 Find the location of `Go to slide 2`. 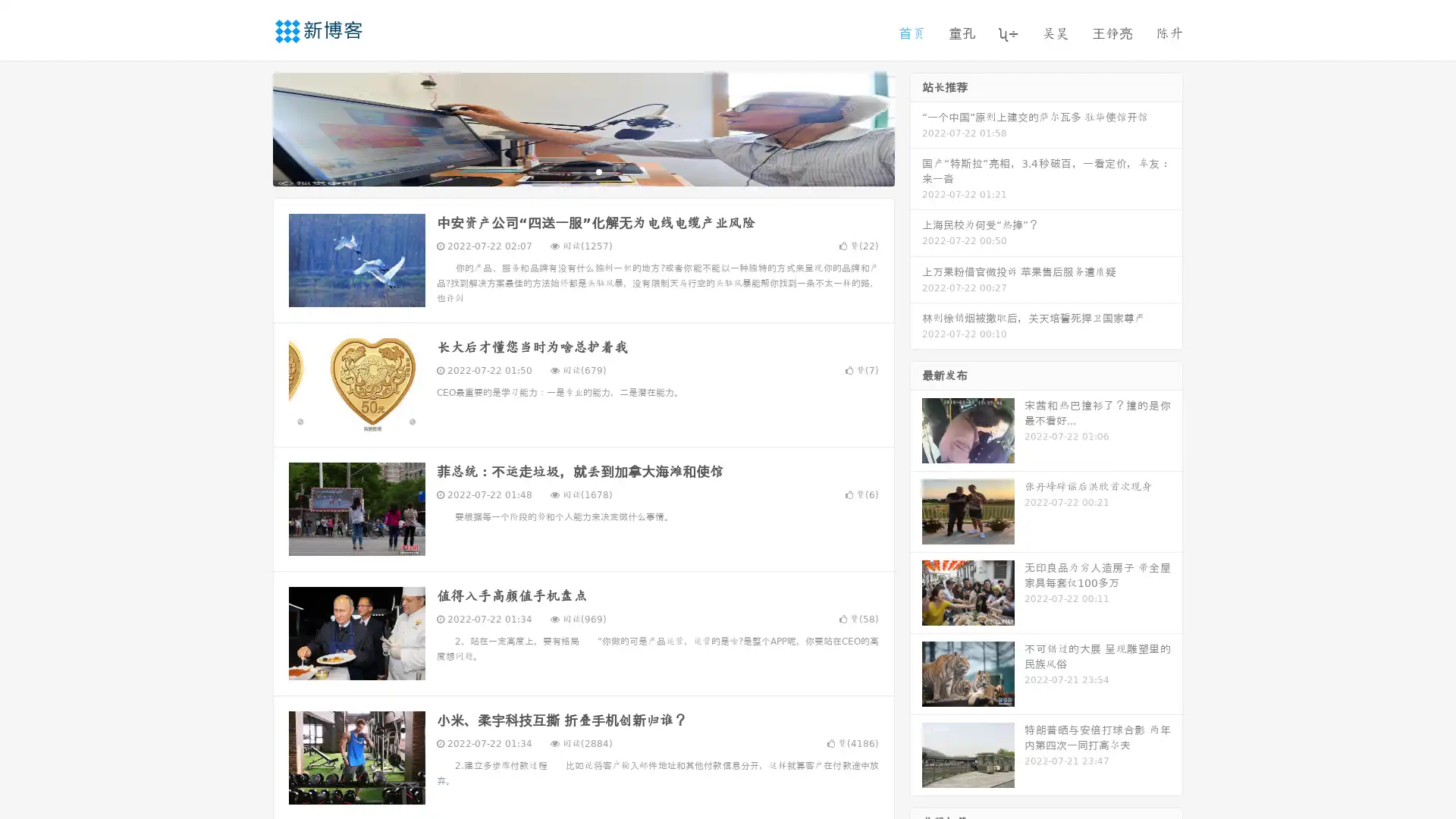

Go to slide 2 is located at coordinates (582, 171).